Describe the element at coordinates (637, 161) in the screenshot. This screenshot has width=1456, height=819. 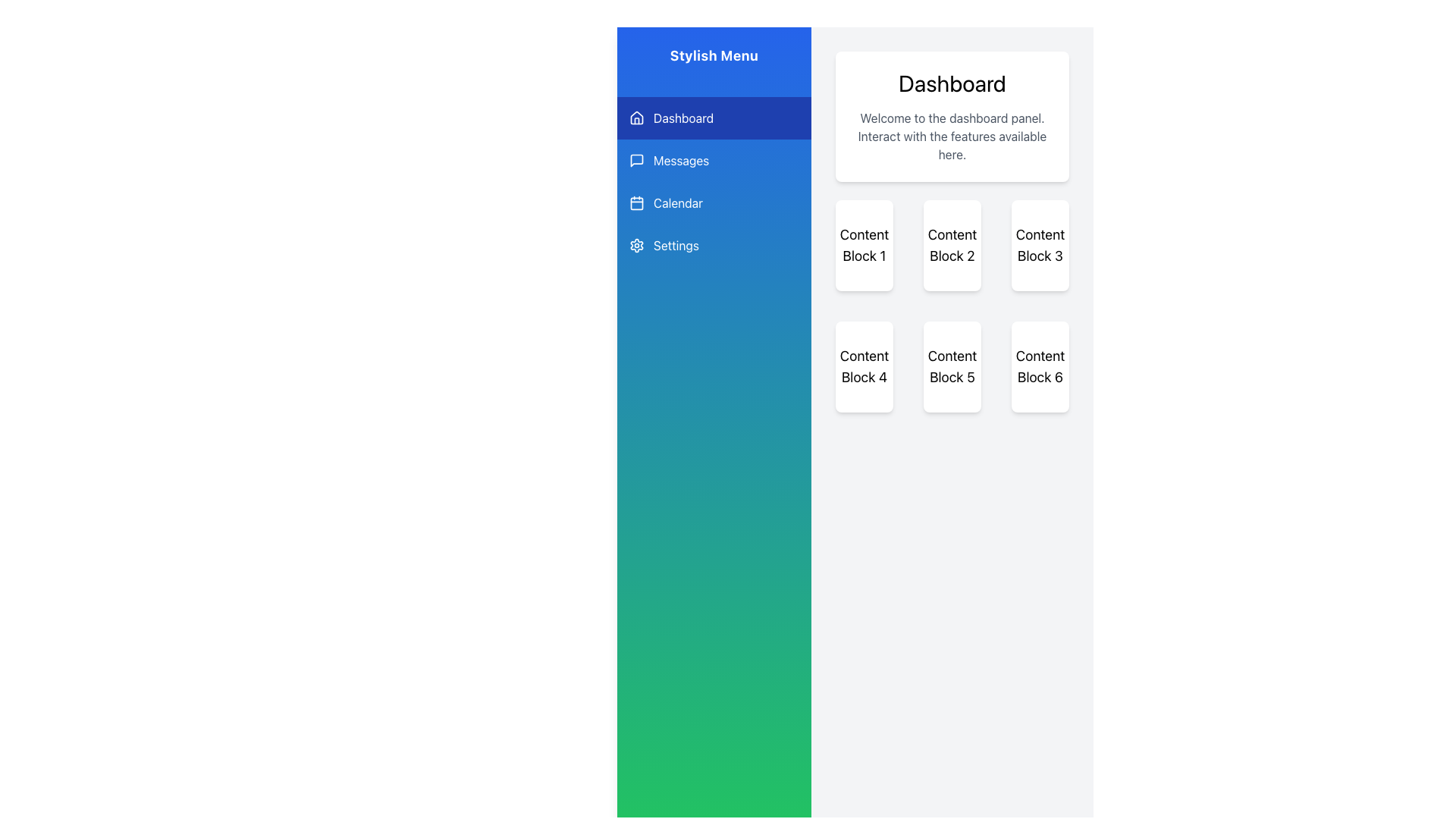
I see `the speech bubble icon located in the 'Messages' menu on the sidebar to interact with or select the Messages menu` at that location.